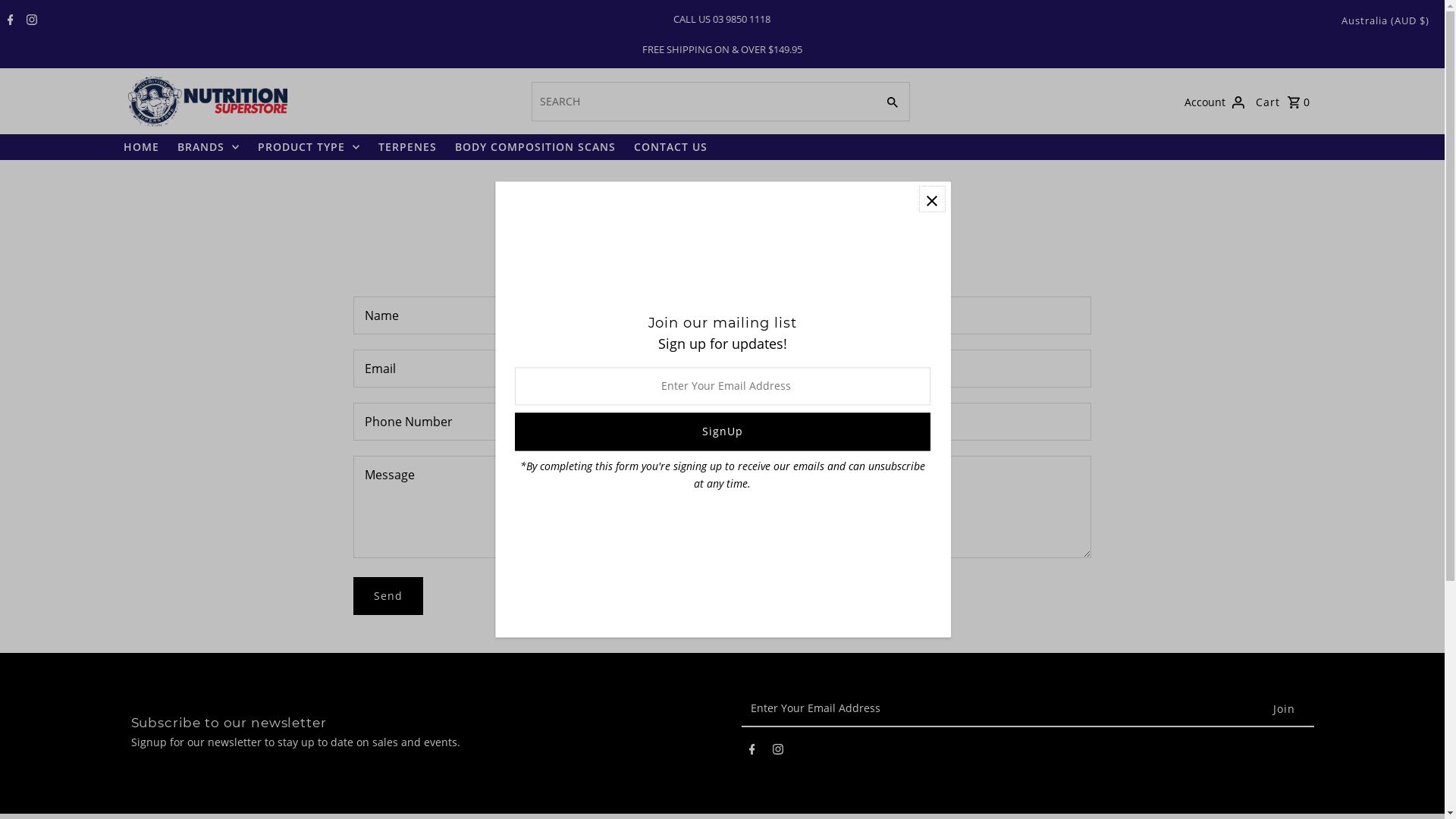 Image resolution: width=1456 pixels, height=819 pixels. Describe the element at coordinates (140, 146) in the screenshot. I see `'HOME'` at that location.